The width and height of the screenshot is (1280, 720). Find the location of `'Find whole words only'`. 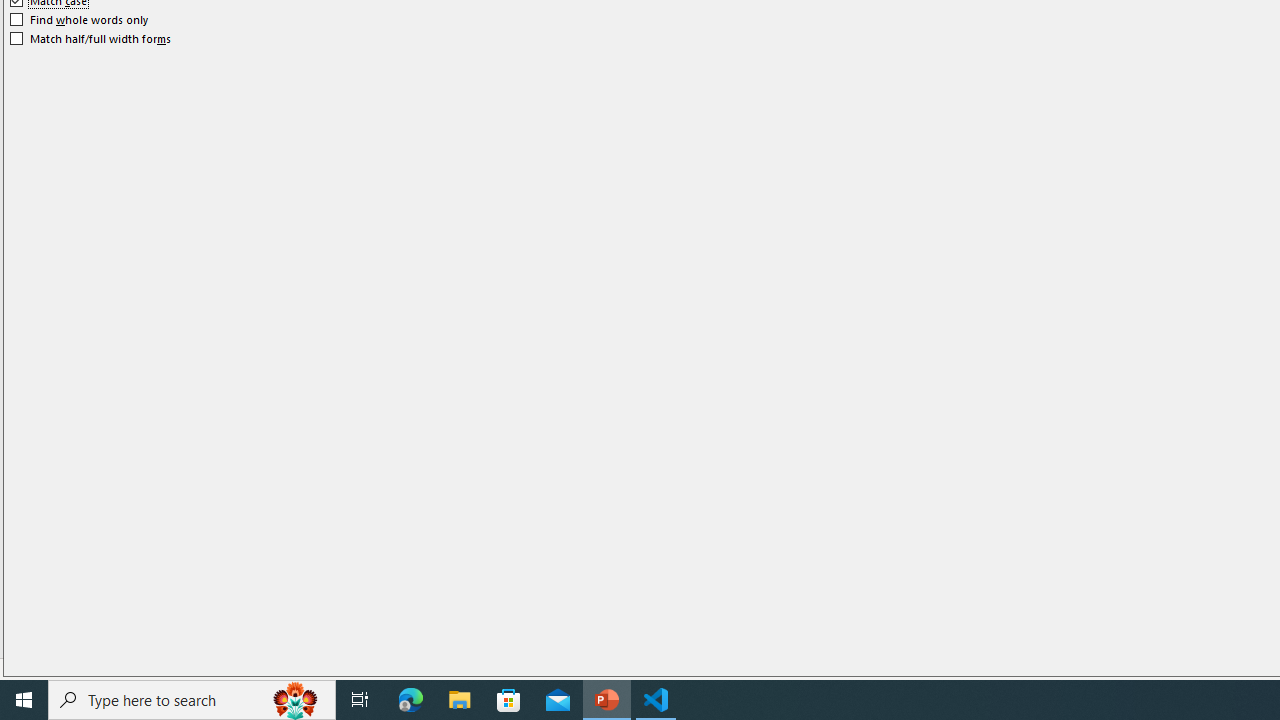

'Find whole words only' is located at coordinates (80, 20).